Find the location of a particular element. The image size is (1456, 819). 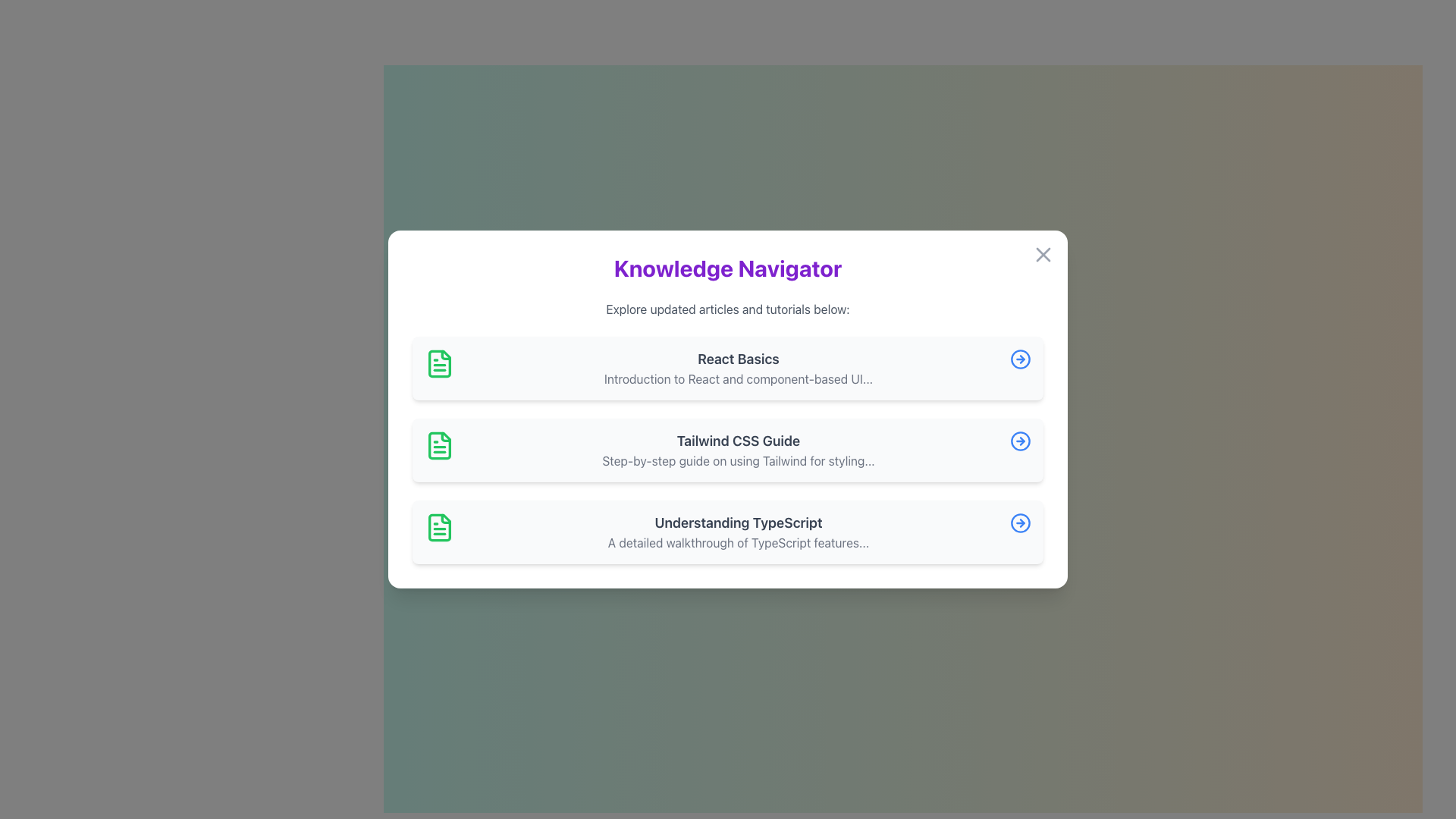

the Arrow Icon, which is a rightward pointing triangular arrowhead within a circular frame is located at coordinates (1022, 441).